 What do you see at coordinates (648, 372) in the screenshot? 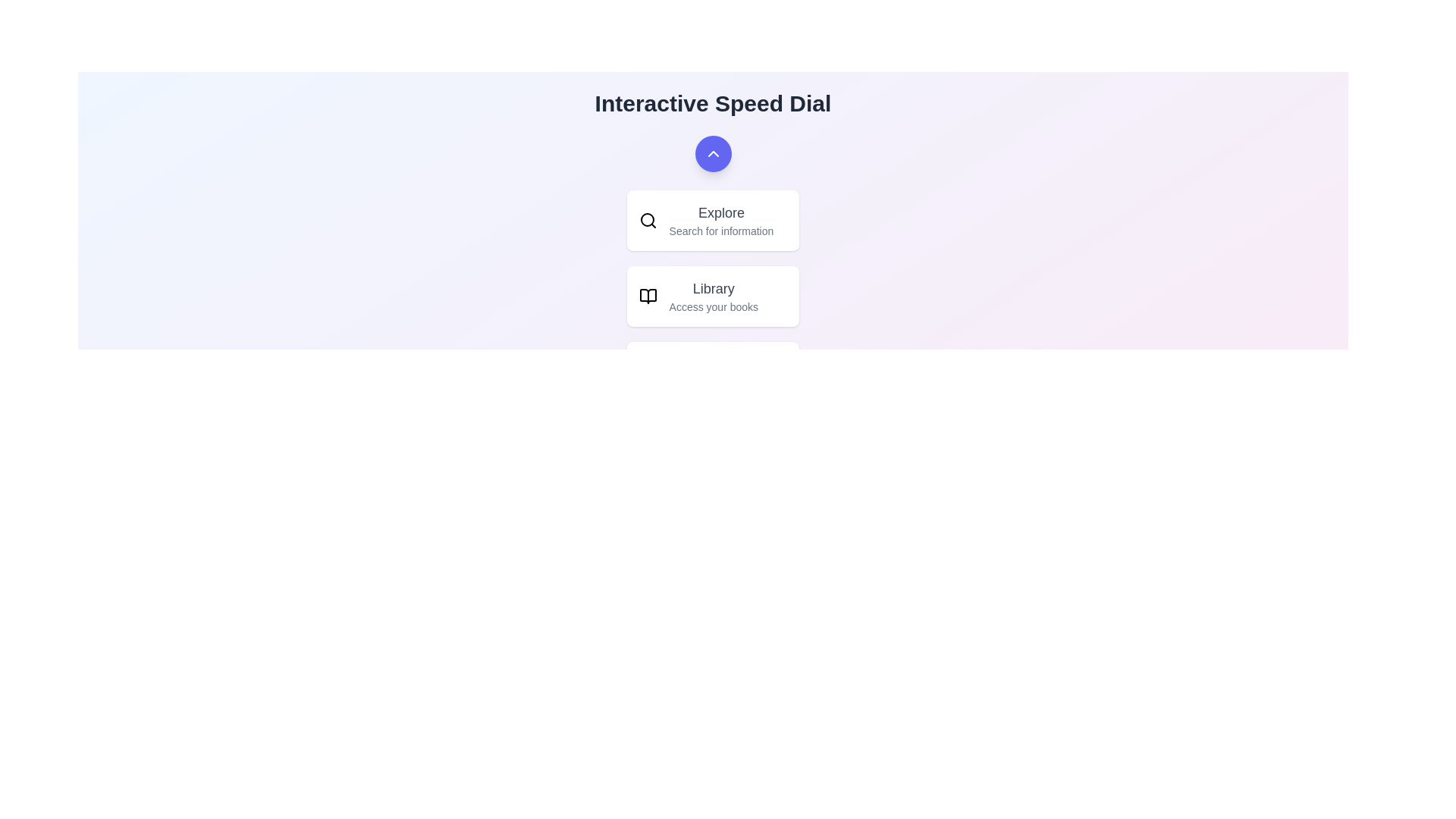
I see `the Progress icon to observe its visual effect` at bounding box center [648, 372].